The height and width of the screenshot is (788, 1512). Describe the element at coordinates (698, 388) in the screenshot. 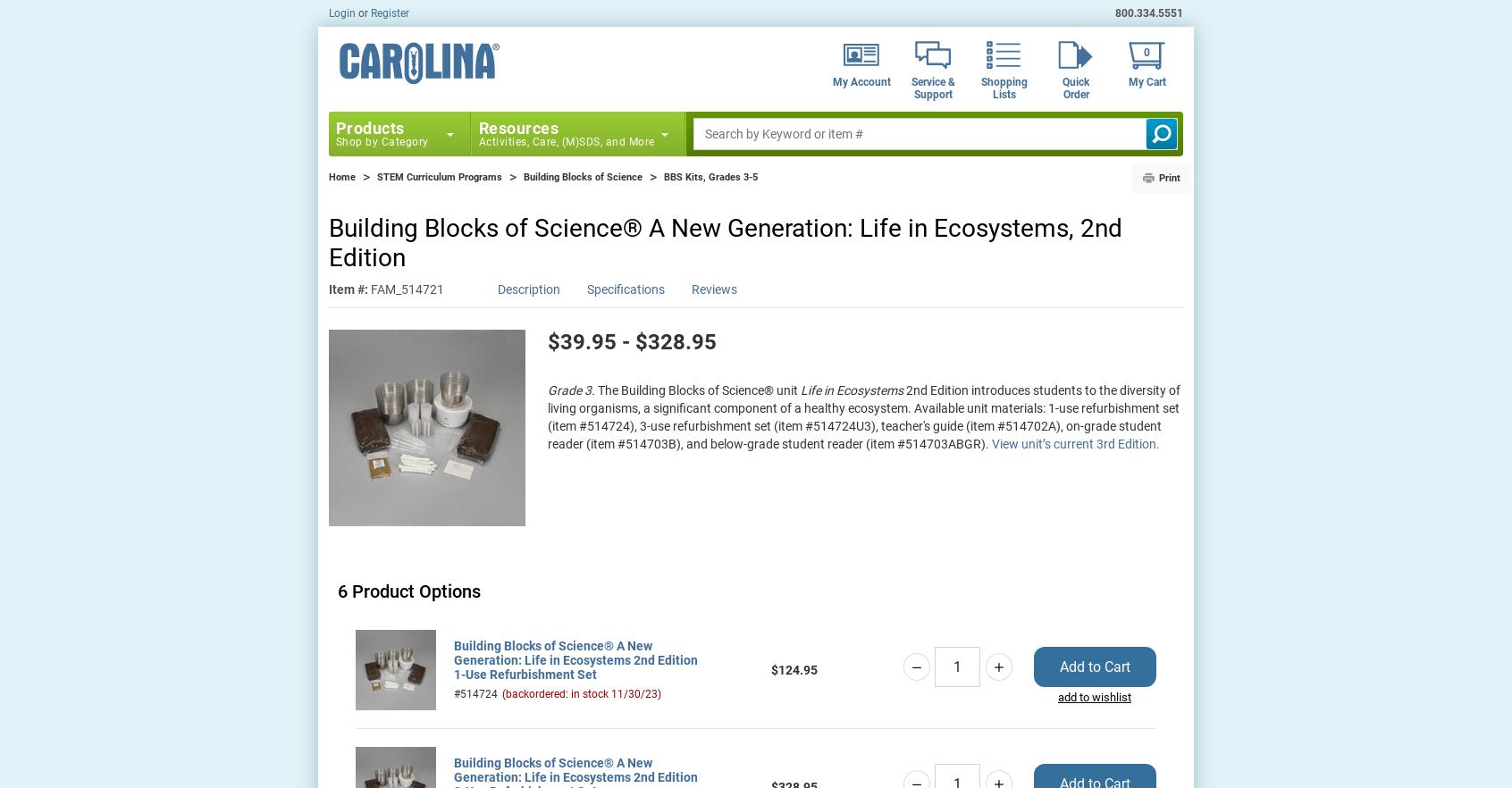

I see `'The Building Blocks of Science® unit'` at that location.